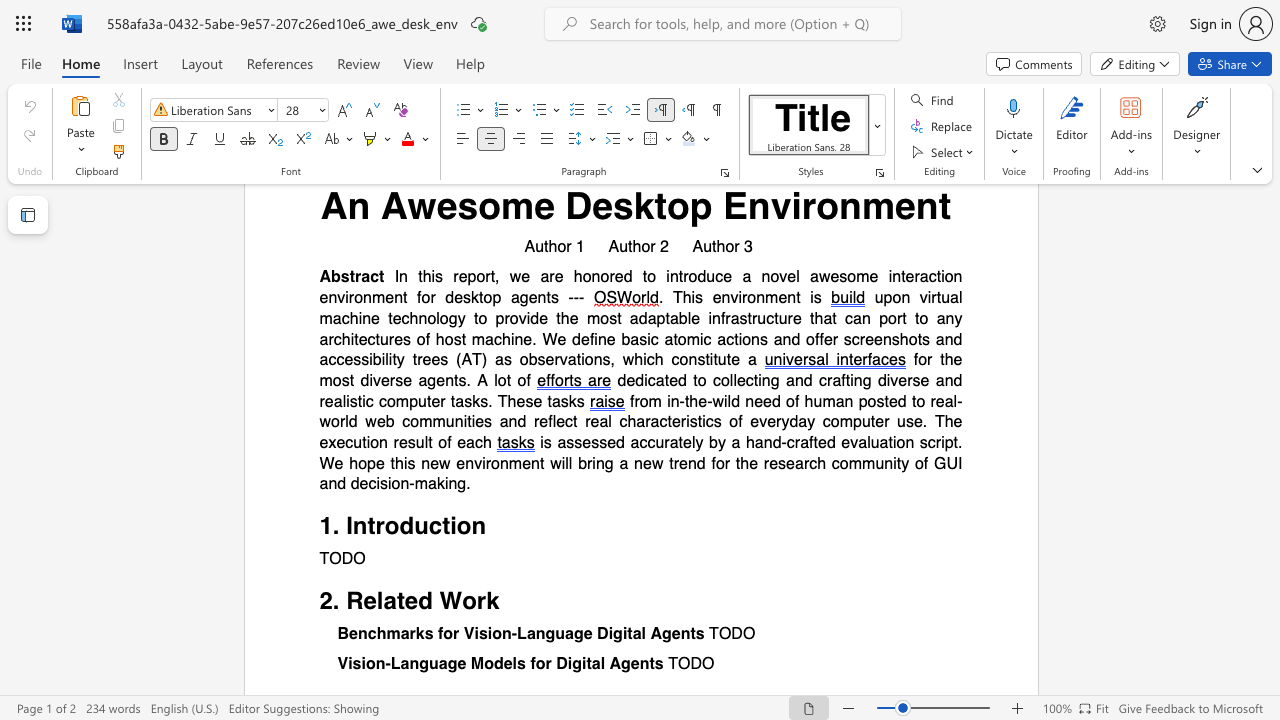 The image size is (1280, 720). What do you see at coordinates (494, 380) in the screenshot?
I see `the subset text "lot o" within the text "for the most diverse agents. A lot of"` at bounding box center [494, 380].